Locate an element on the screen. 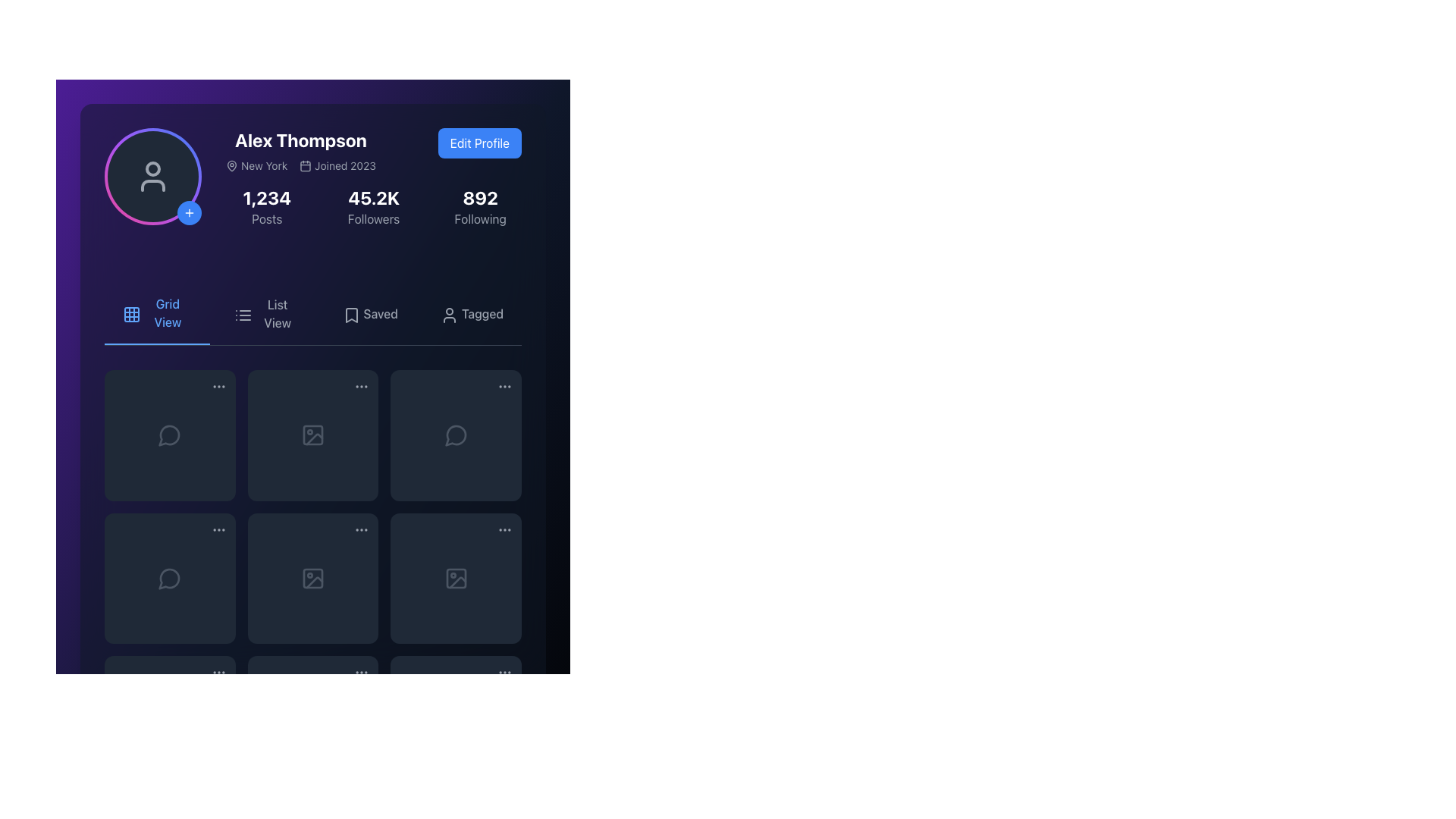  the ellipsis icon consisting of three gray dots in the last column of the lower row is located at coordinates (505, 529).